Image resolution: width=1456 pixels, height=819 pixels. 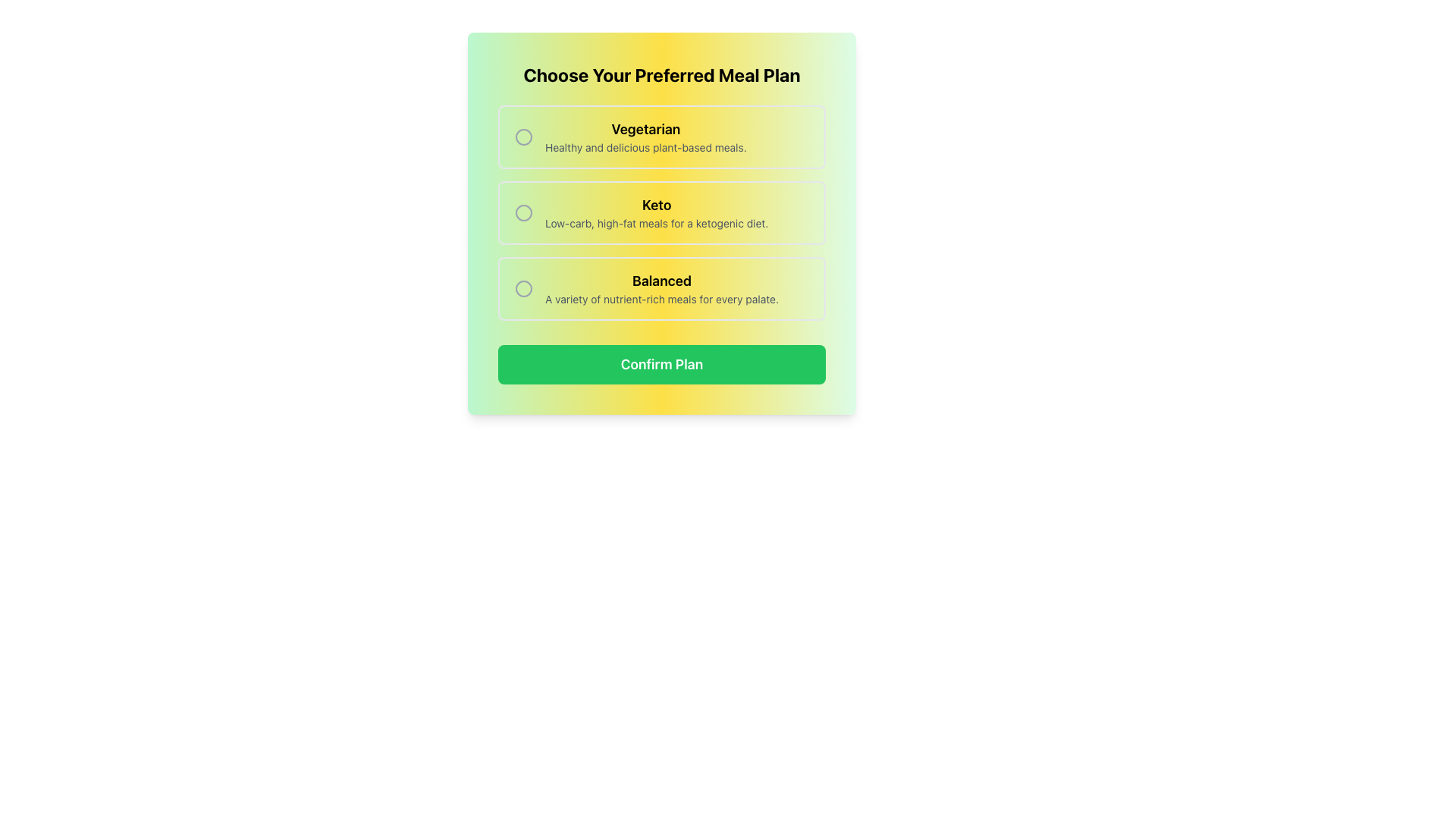 What do you see at coordinates (662, 281) in the screenshot?
I see `the Text Label that serves as the title for the Balanced meal plan option, located above the descriptive text about nutrient-rich meals, in the third card of a vertically stacked list` at bounding box center [662, 281].